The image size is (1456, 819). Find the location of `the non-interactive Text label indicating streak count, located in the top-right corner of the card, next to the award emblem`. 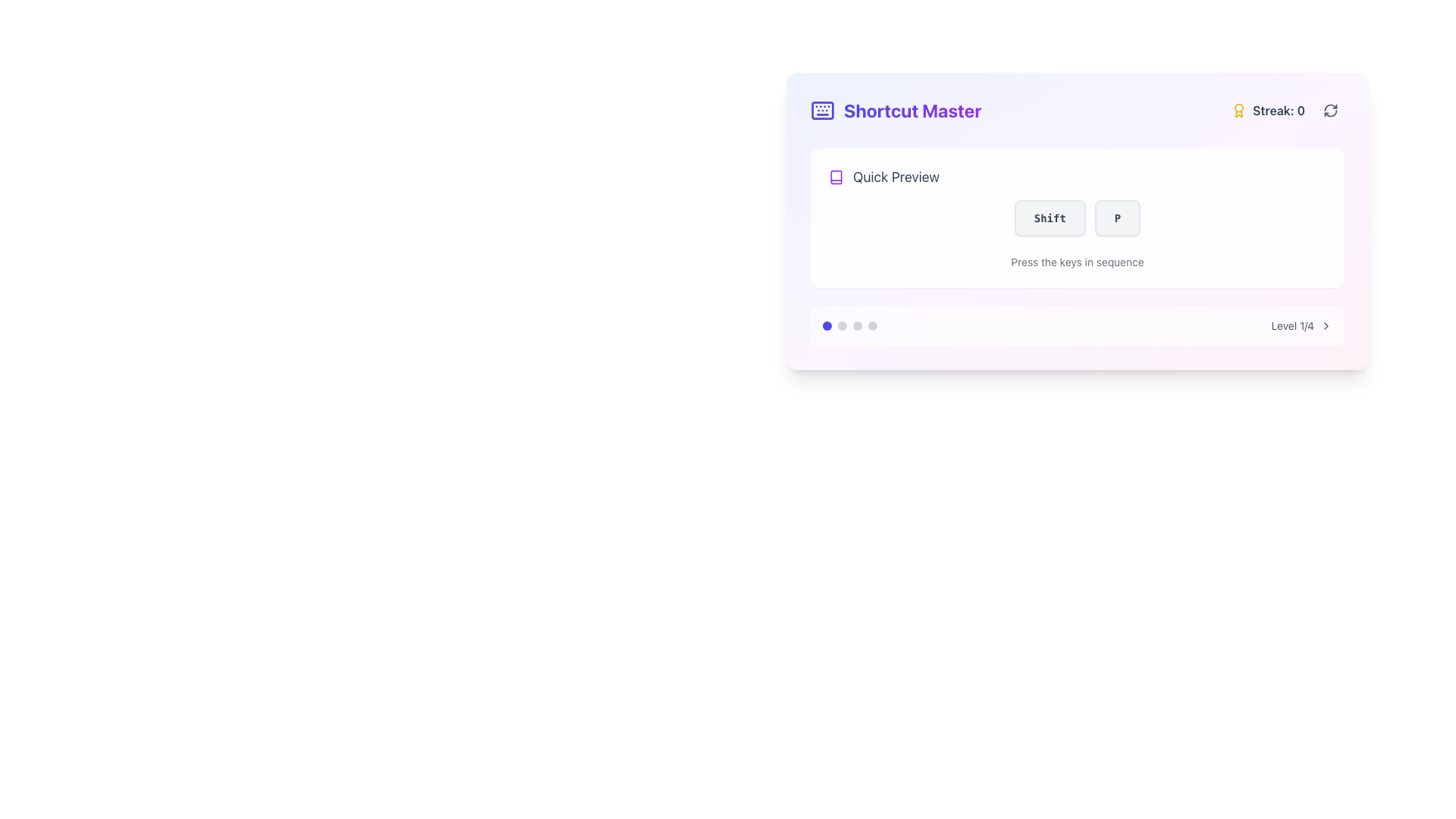

the non-interactive Text label indicating streak count, located in the top-right corner of the card, next to the award emblem is located at coordinates (1278, 110).